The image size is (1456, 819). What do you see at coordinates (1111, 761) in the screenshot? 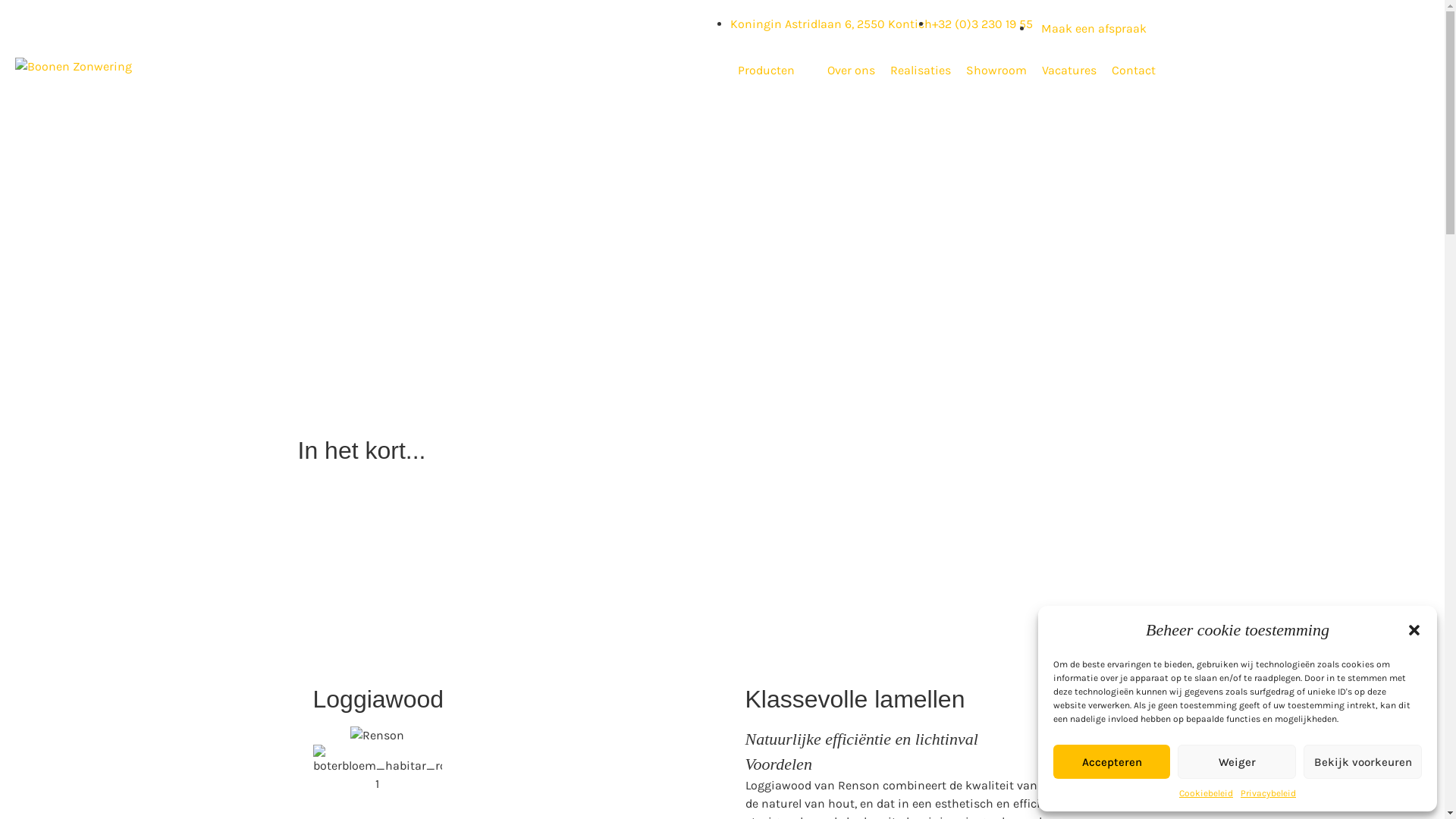
I see `'Accepteren'` at bounding box center [1111, 761].